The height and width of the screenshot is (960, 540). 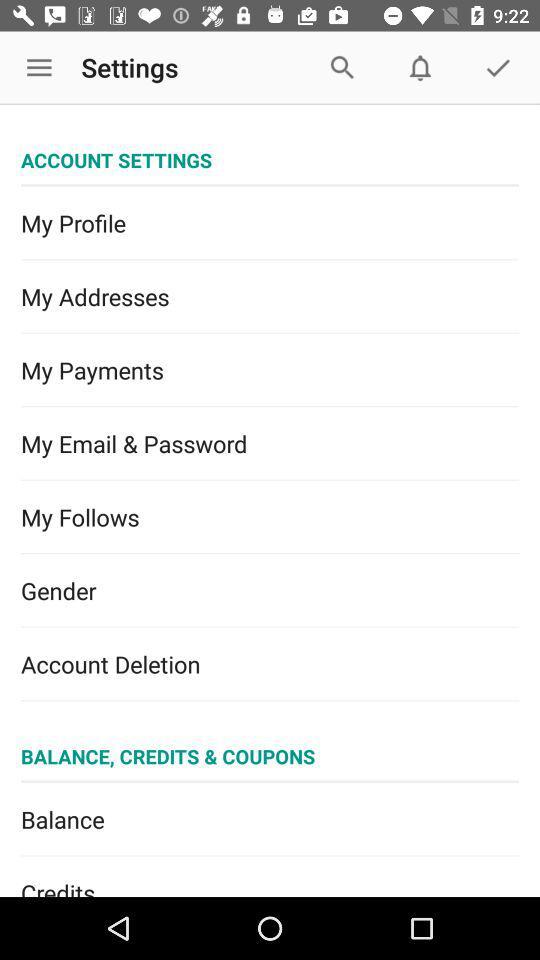 I want to click on the icon below my email & password, so click(x=270, y=516).